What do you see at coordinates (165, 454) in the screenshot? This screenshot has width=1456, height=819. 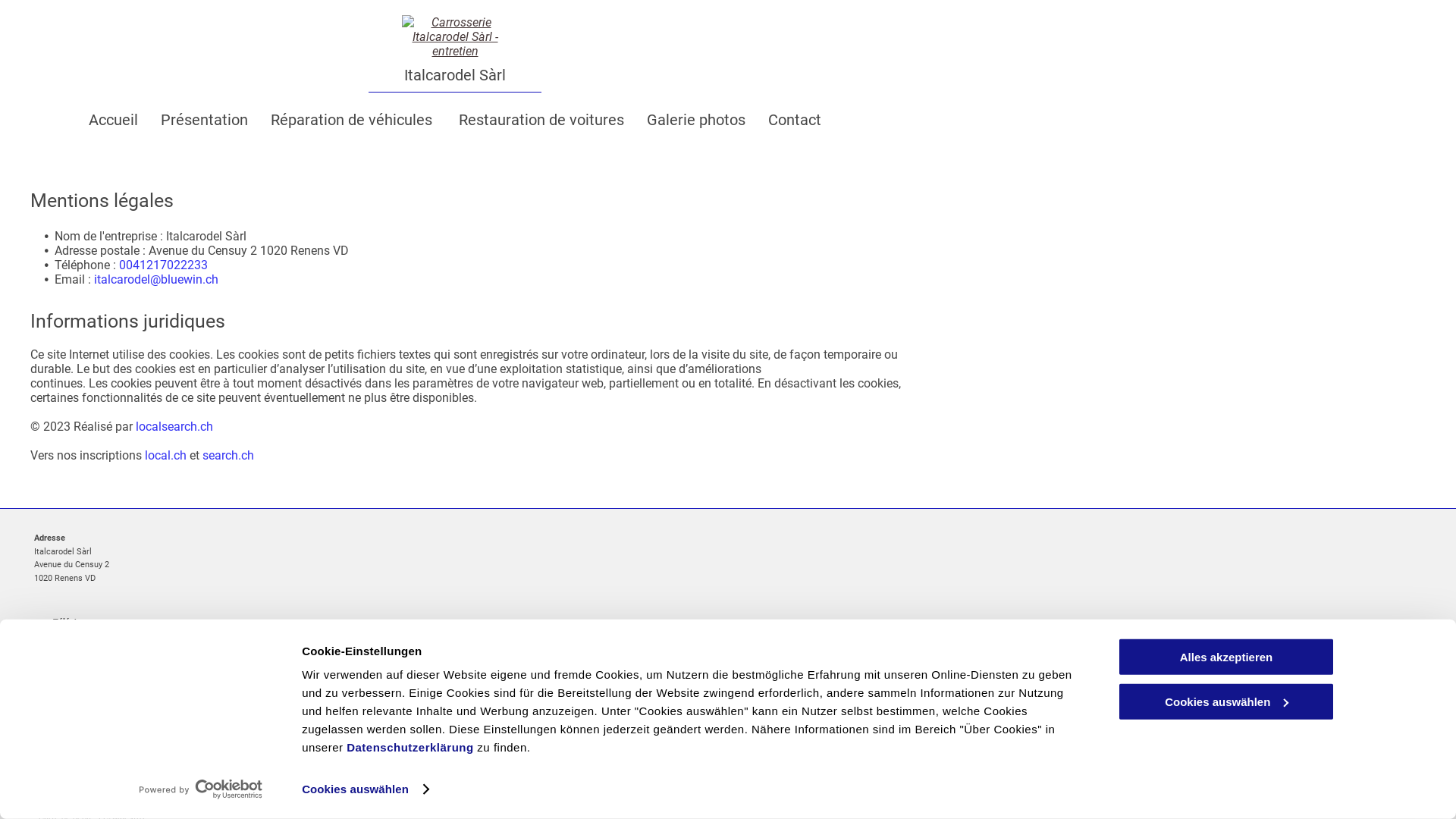 I see `'local.ch'` at bounding box center [165, 454].